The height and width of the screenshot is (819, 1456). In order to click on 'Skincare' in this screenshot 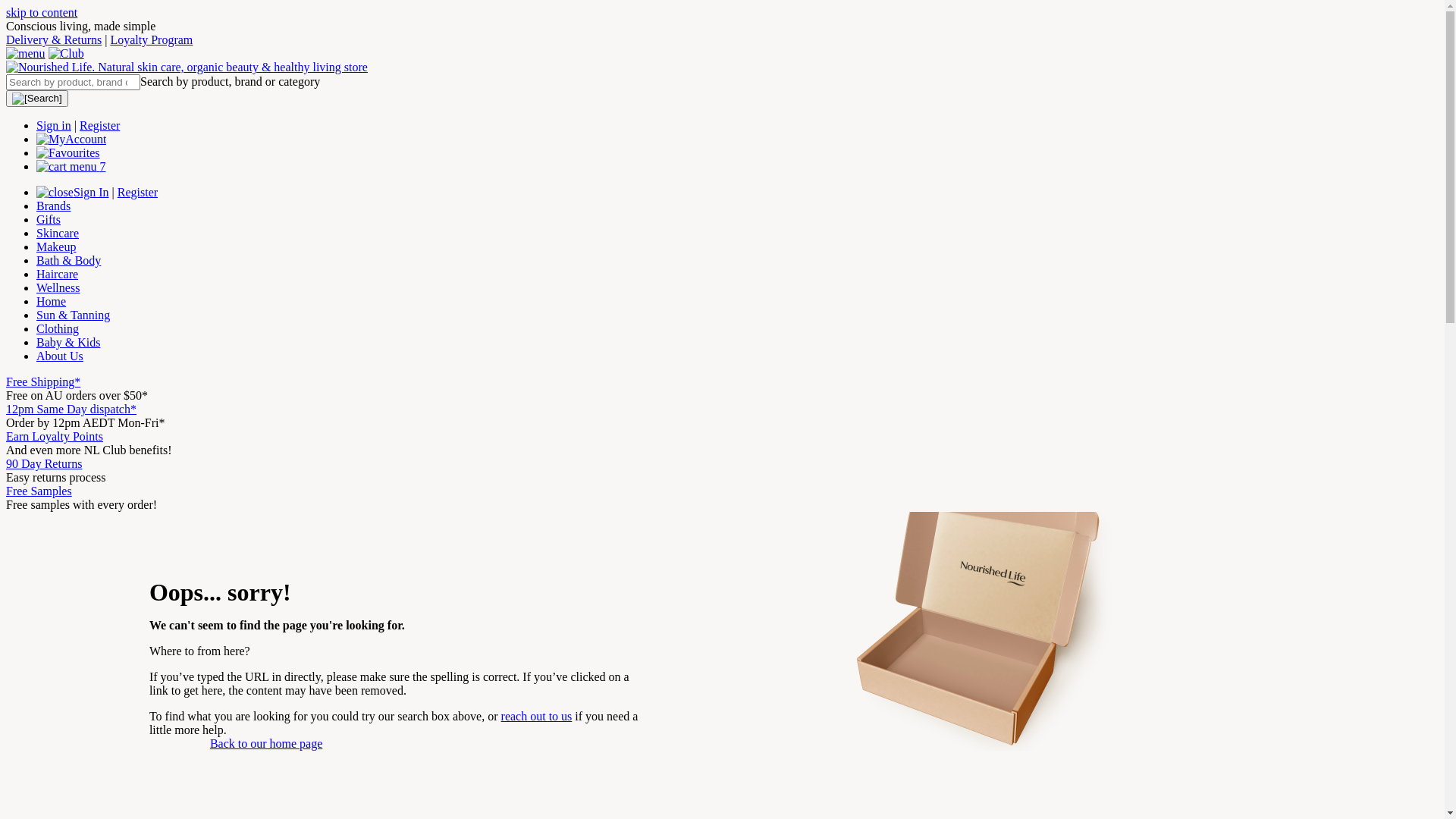, I will do `click(58, 233)`.